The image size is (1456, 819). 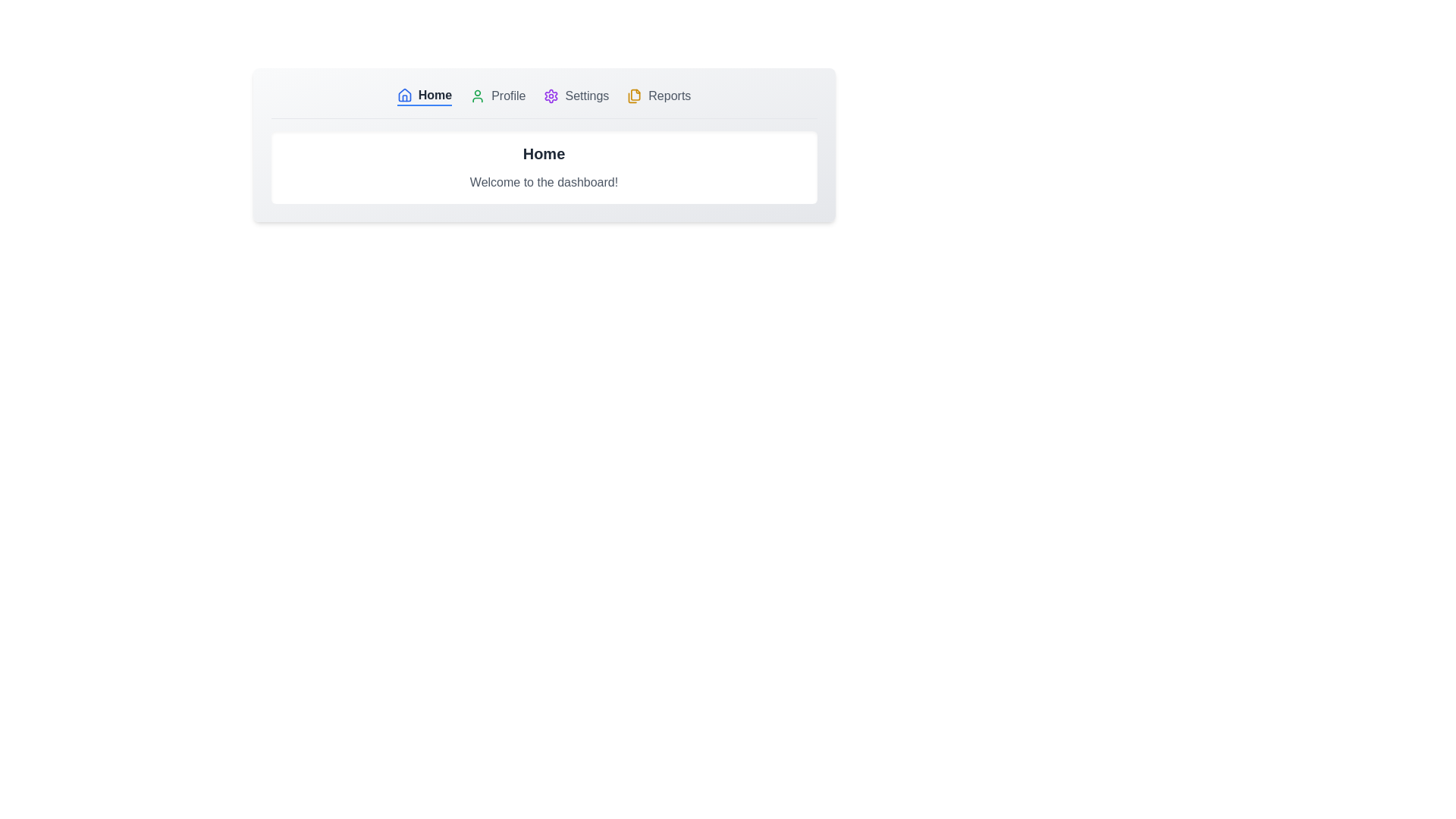 What do you see at coordinates (424, 96) in the screenshot?
I see `the tab labeled Home by clicking on its button` at bounding box center [424, 96].